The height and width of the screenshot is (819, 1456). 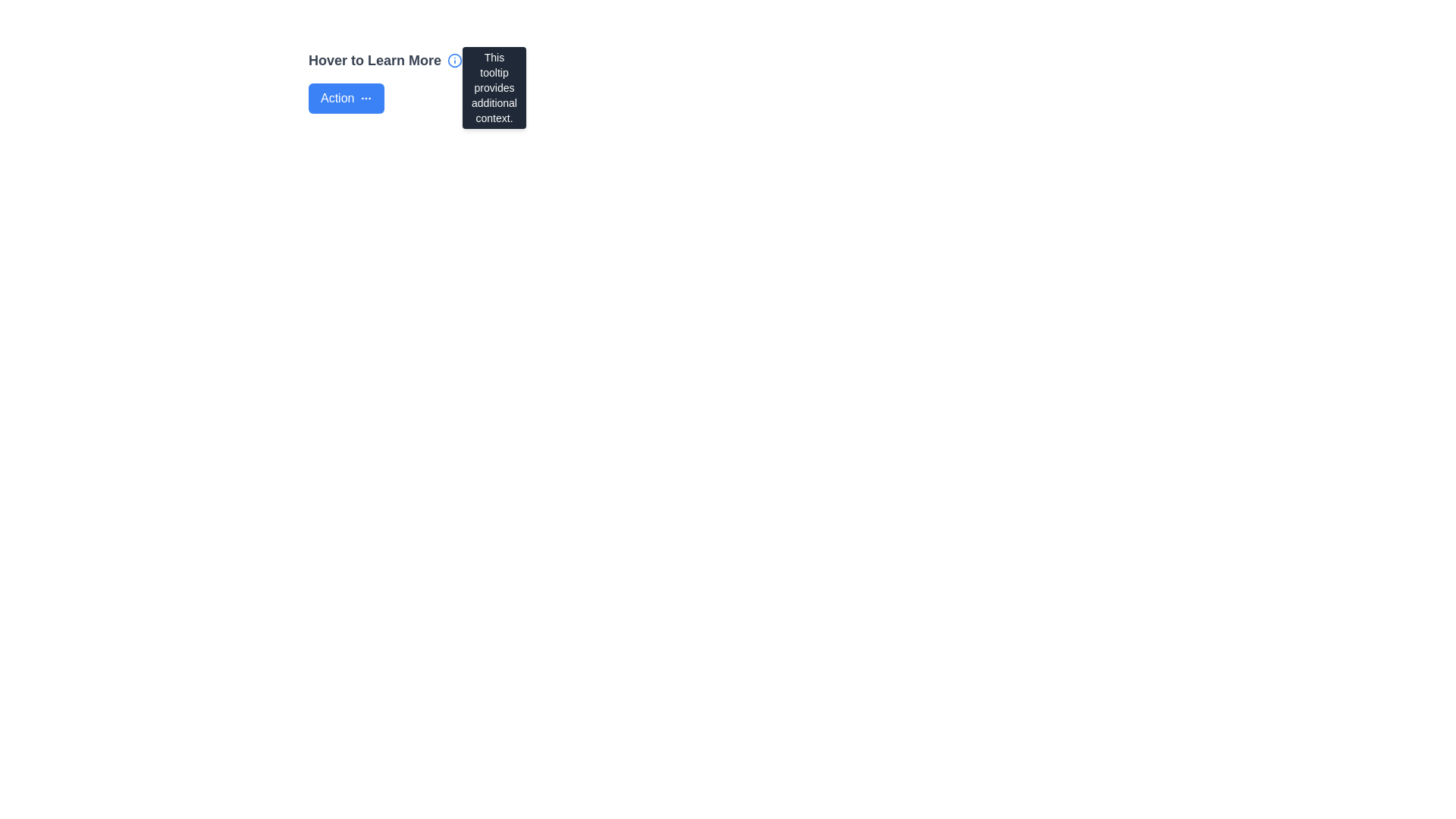 What do you see at coordinates (494, 87) in the screenshot?
I see `information presented in the tooltip that displays 'This tooltip provides additional context.' positioned above and slightly to the right of the 'info' icon in the 'Hover to Learn More' group` at bounding box center [494, 87].